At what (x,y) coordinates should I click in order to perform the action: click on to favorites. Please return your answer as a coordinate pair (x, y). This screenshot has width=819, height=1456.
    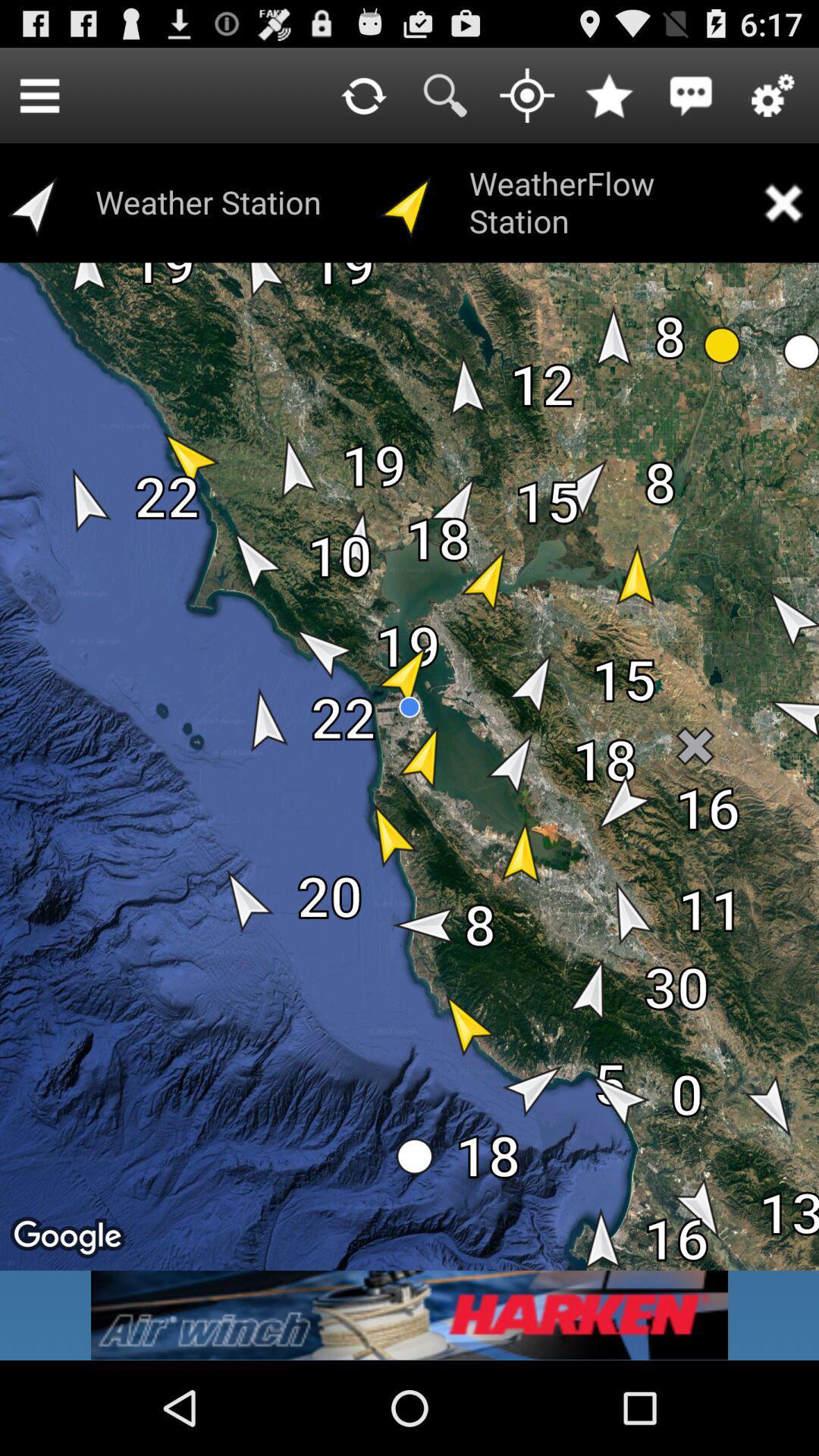
    Looking at the image, I should click on (608, 94).